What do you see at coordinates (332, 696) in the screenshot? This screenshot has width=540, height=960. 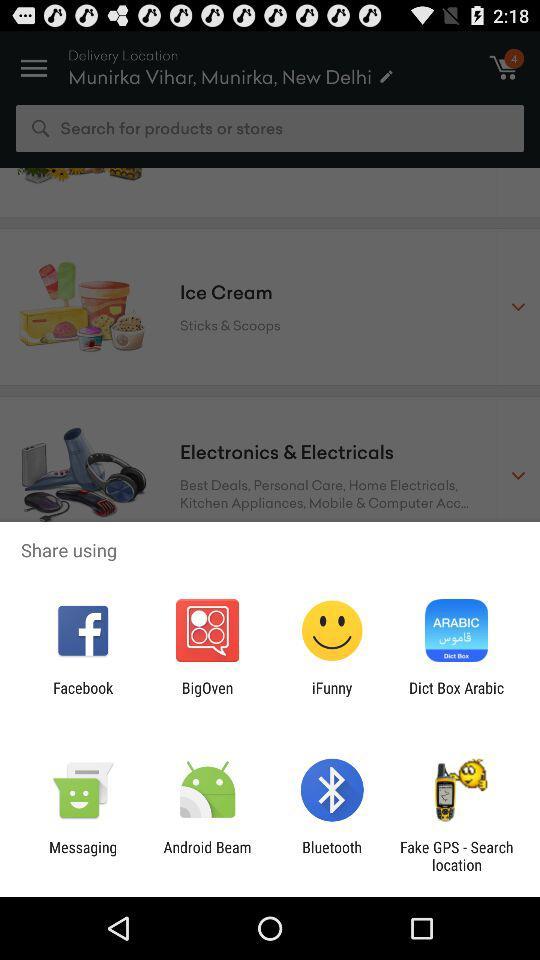 I see `the ifunny item` at bounding box center [332, 696].